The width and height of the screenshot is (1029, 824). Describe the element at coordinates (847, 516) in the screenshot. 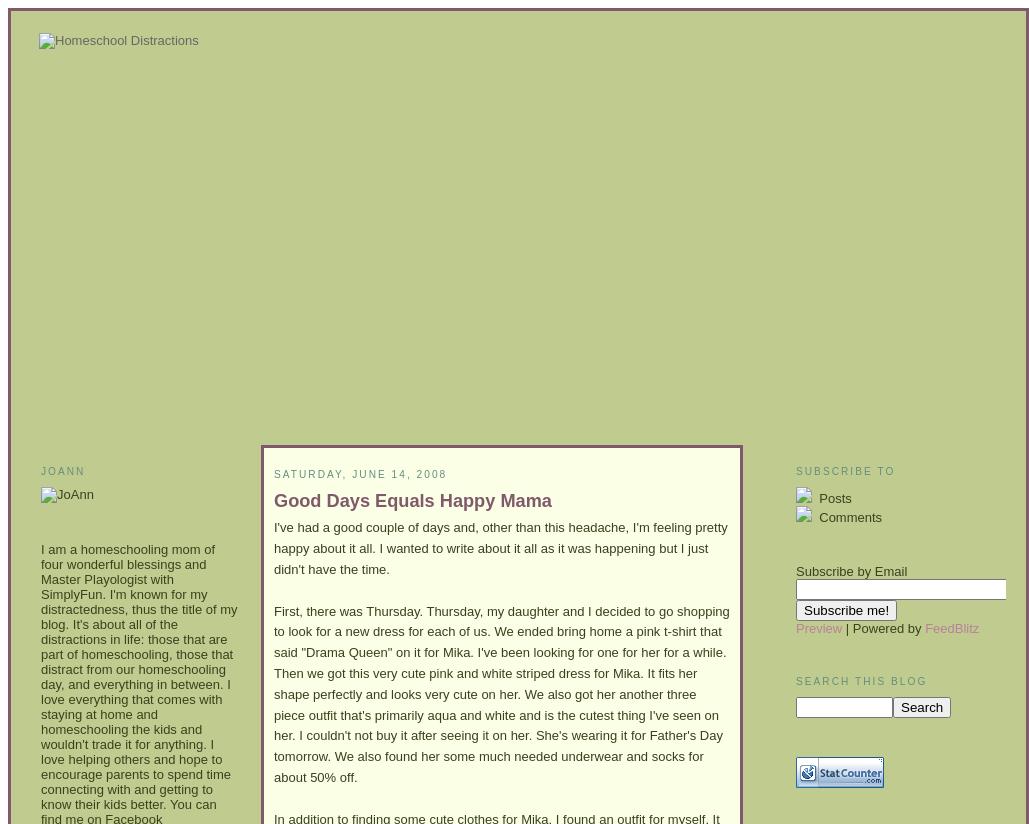

I see `'Comments'` at that location.